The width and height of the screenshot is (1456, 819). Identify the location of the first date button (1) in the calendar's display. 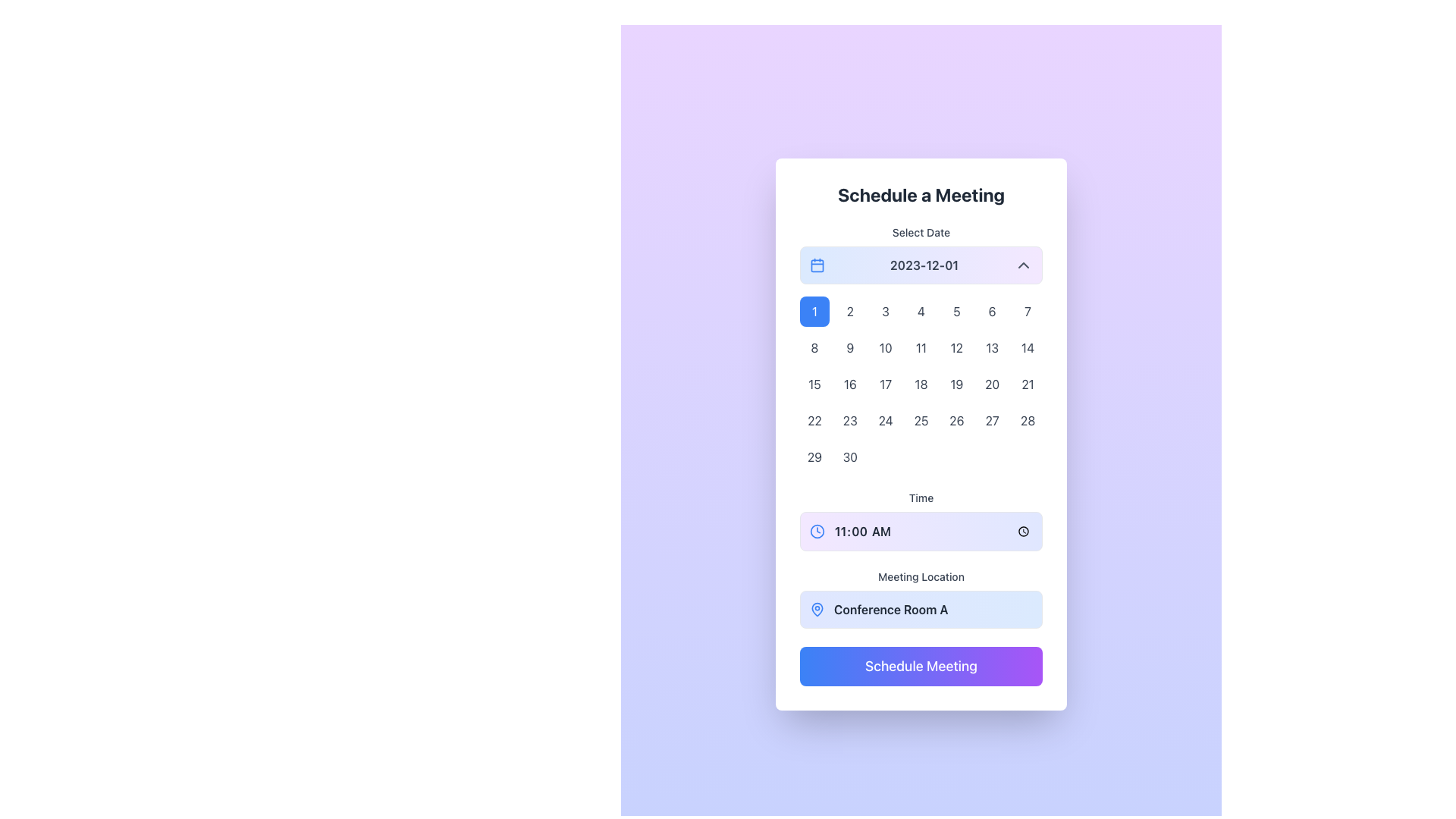
(814, 311).